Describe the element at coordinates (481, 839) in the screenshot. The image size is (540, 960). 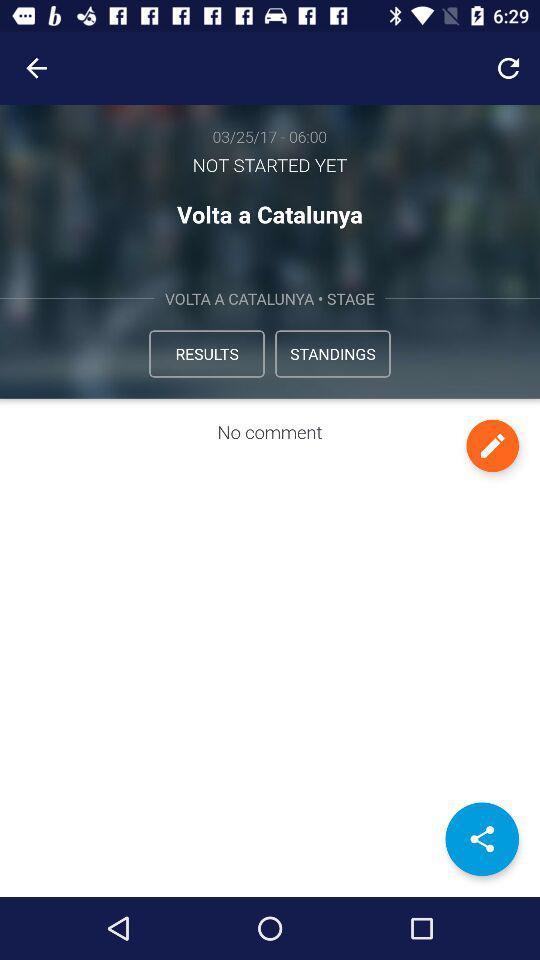
I see `the item at the bottom right corner` at that location.